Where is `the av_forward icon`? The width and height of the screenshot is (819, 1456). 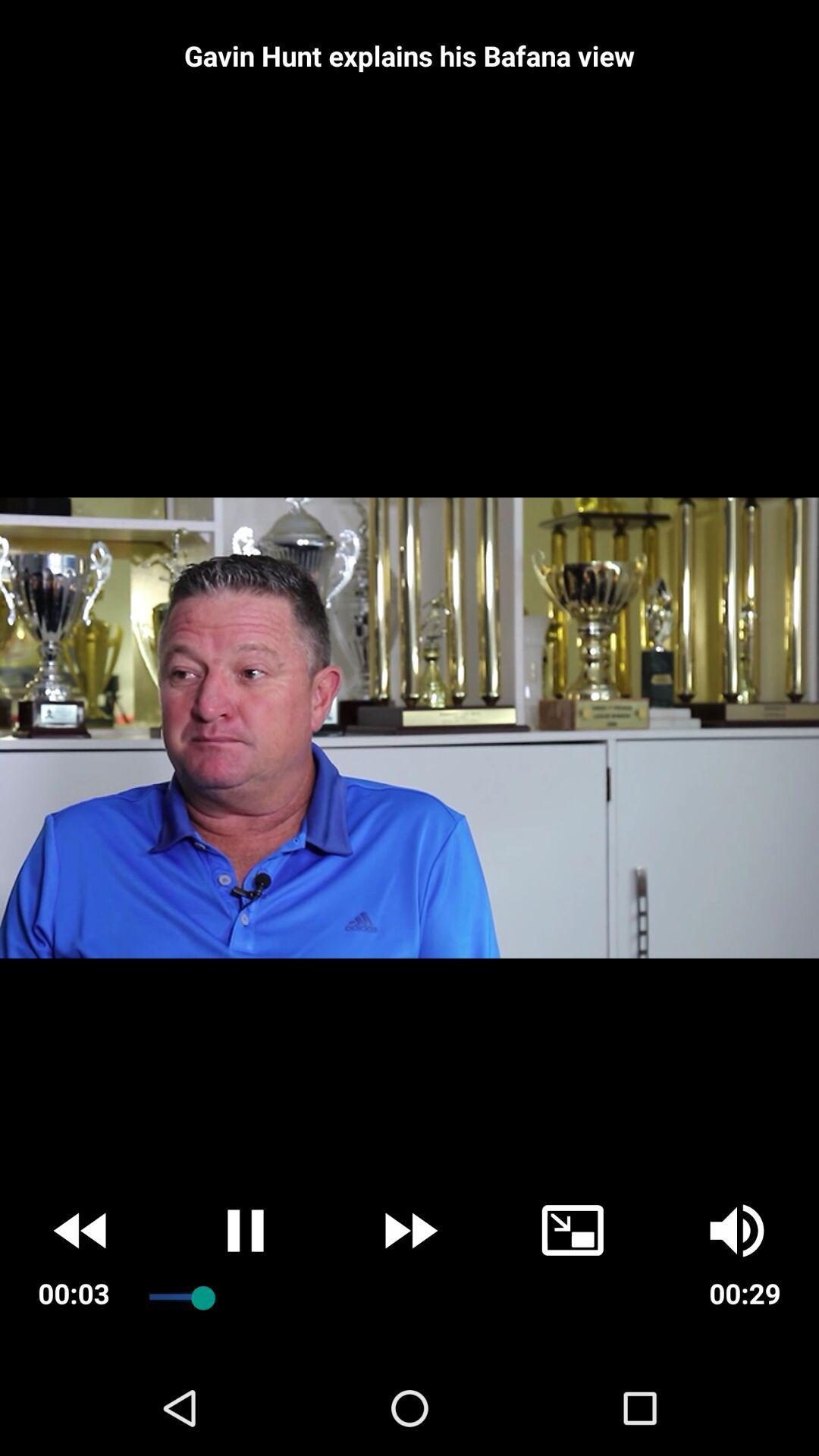 the av_forward icon is located at coordinates (409, 1230).